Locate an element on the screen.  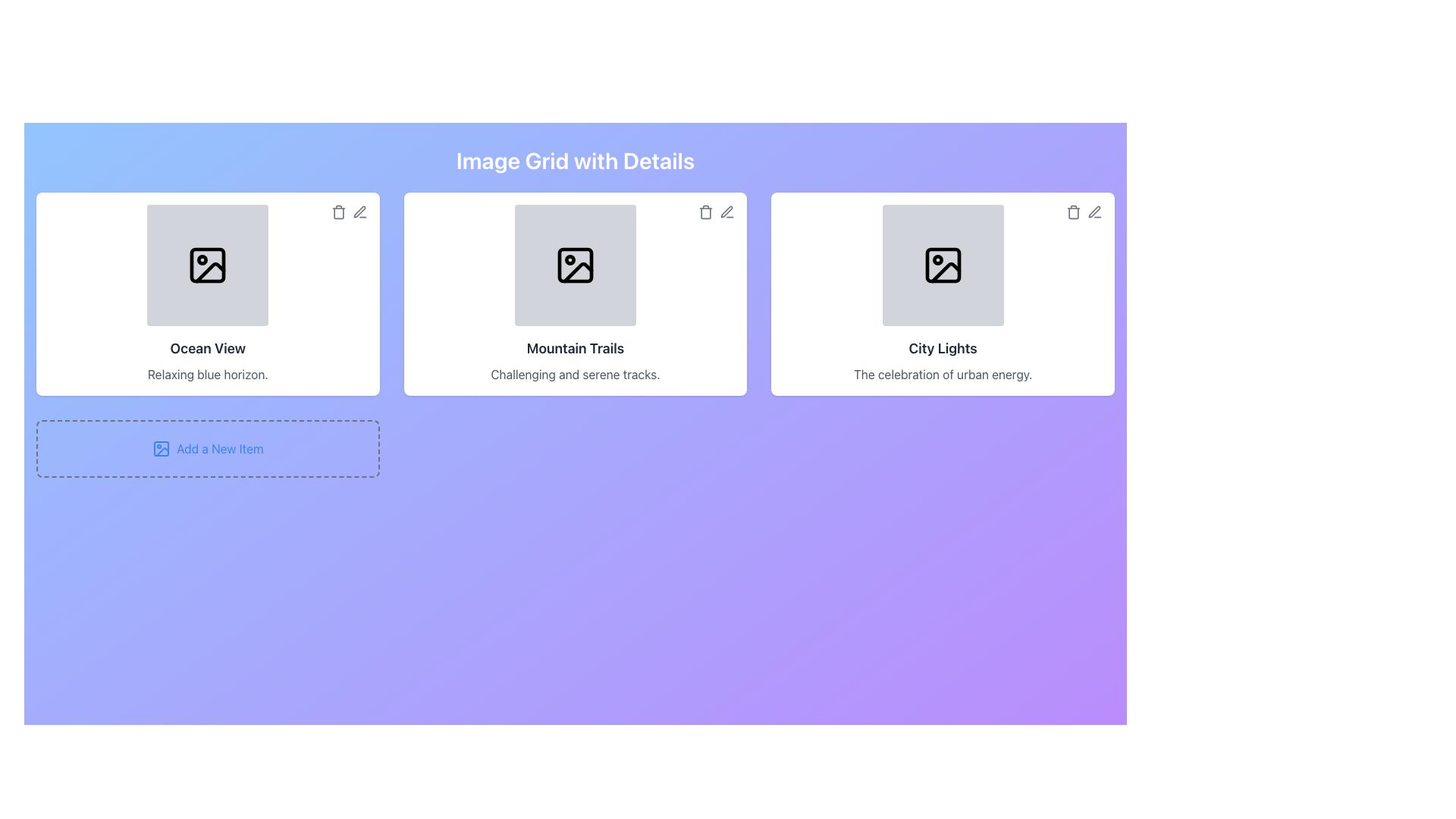
the 'City Lights' text label, which is styled with a large, bold font and is centrally aligned in a dark gray color, located in the third item of a three-item grid layout is located at coordinates (942, 348).